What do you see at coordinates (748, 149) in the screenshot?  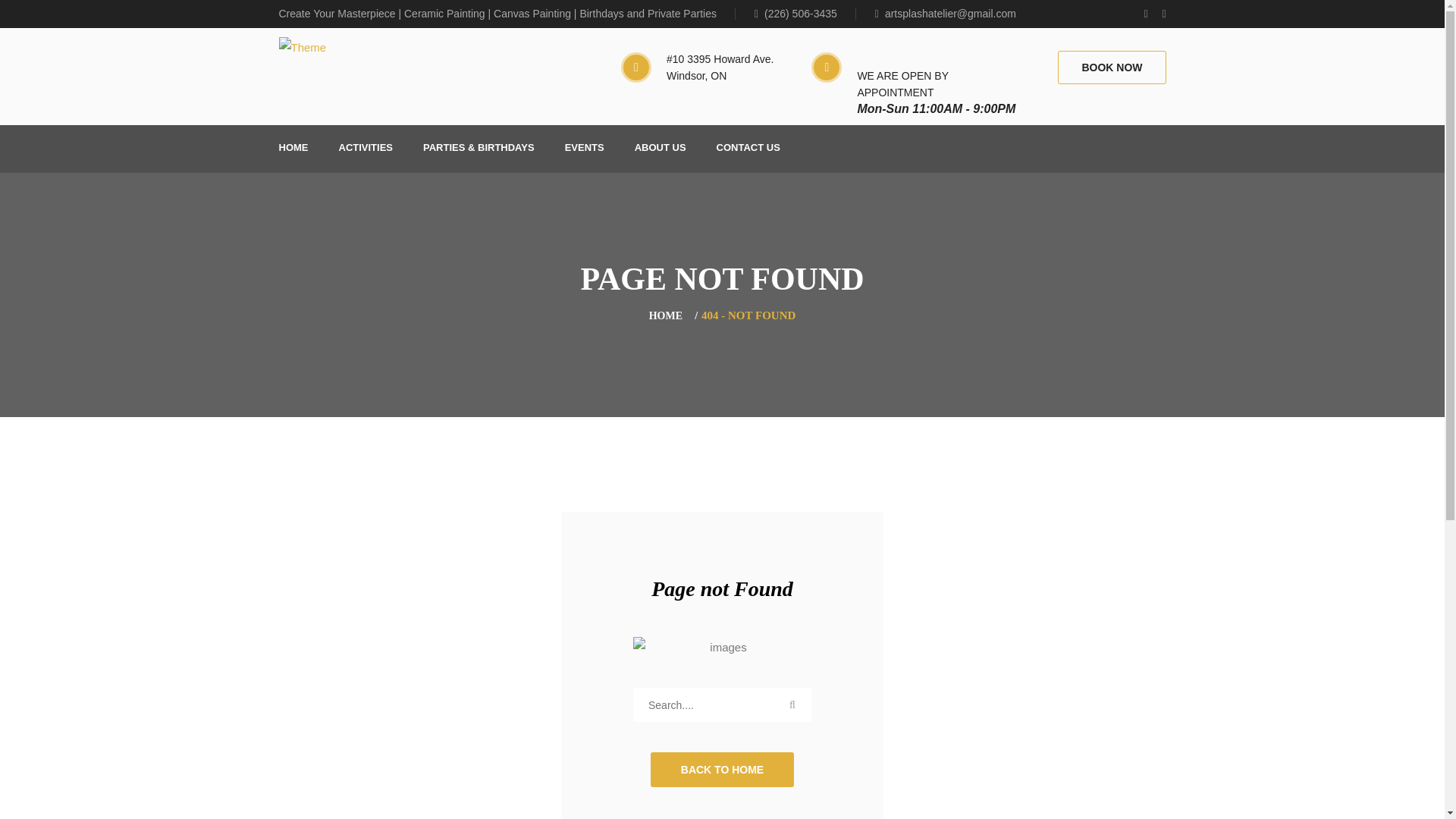 I see `'CONTACT US'` at bounding box center [748, 149].